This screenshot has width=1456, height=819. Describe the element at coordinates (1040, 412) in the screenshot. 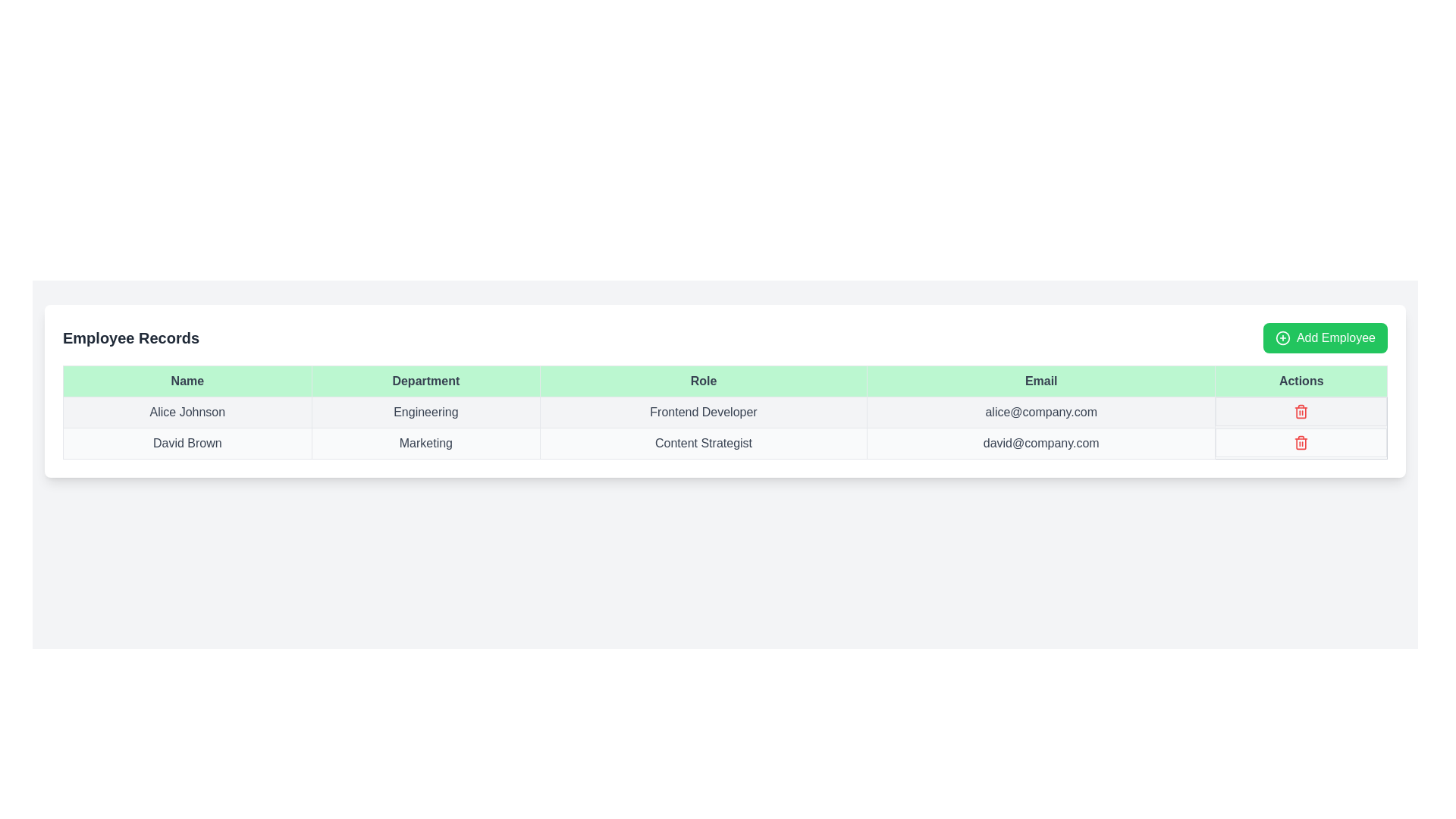

I see `the text label displaying the email address for Alice Johnson in the employee records table, located under the 'Email' header in the second row` at that location.